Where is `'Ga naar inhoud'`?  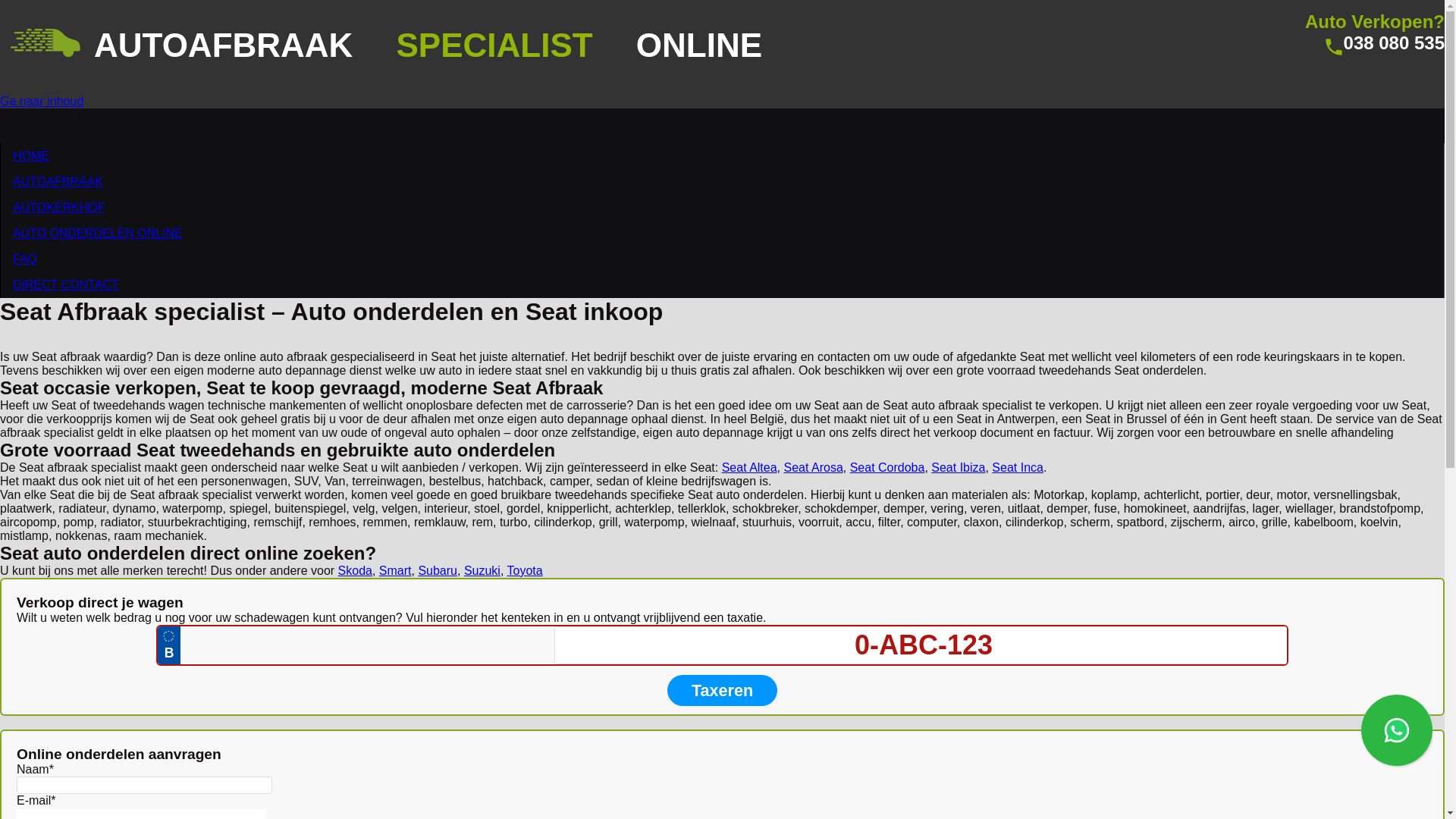
'Ga naar inhoud' is located at coordinates (41, 101).